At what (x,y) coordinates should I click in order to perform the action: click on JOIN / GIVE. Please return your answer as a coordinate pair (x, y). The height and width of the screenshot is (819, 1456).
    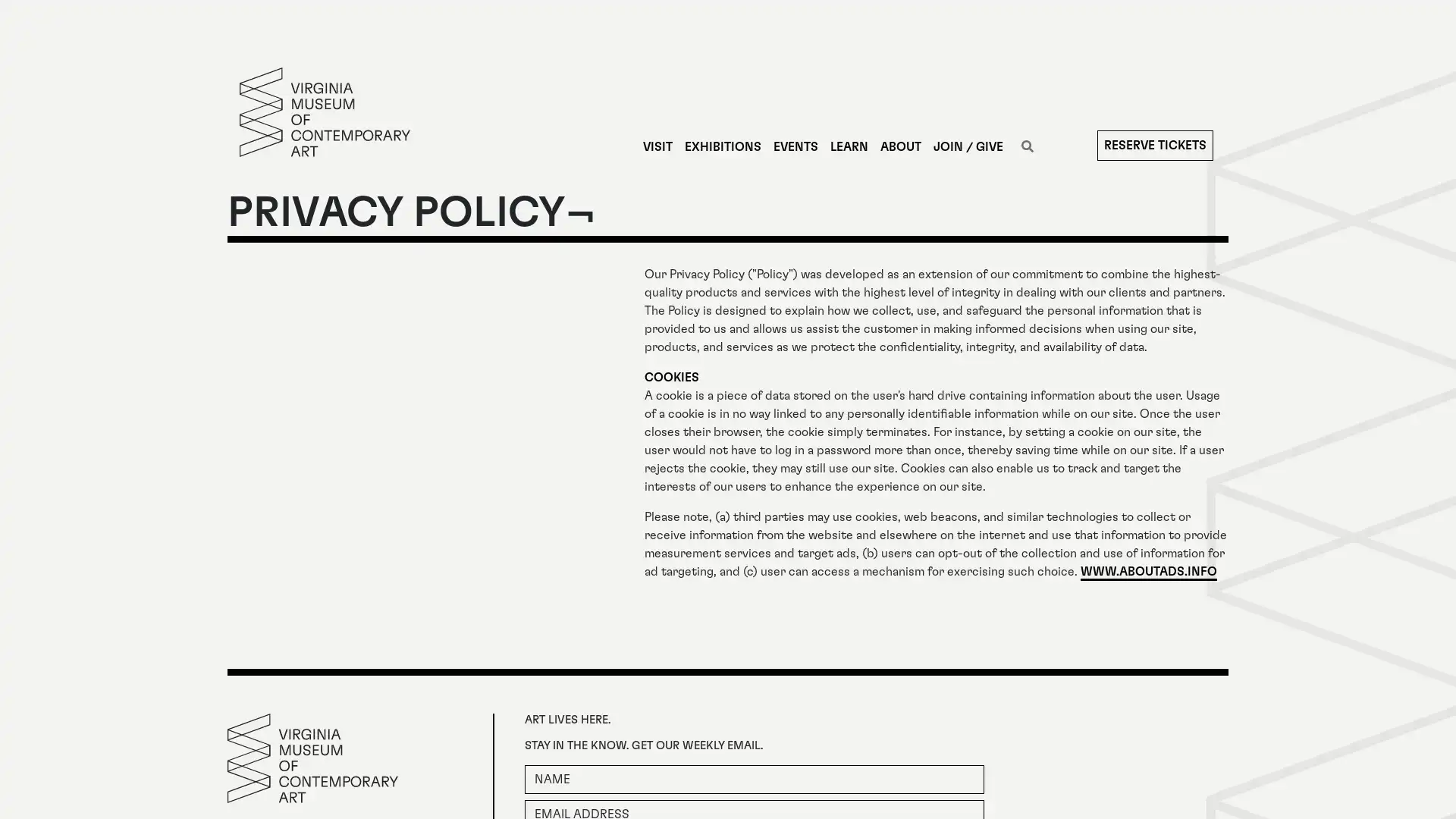
    Looking at the image, I should click on (967, 146).